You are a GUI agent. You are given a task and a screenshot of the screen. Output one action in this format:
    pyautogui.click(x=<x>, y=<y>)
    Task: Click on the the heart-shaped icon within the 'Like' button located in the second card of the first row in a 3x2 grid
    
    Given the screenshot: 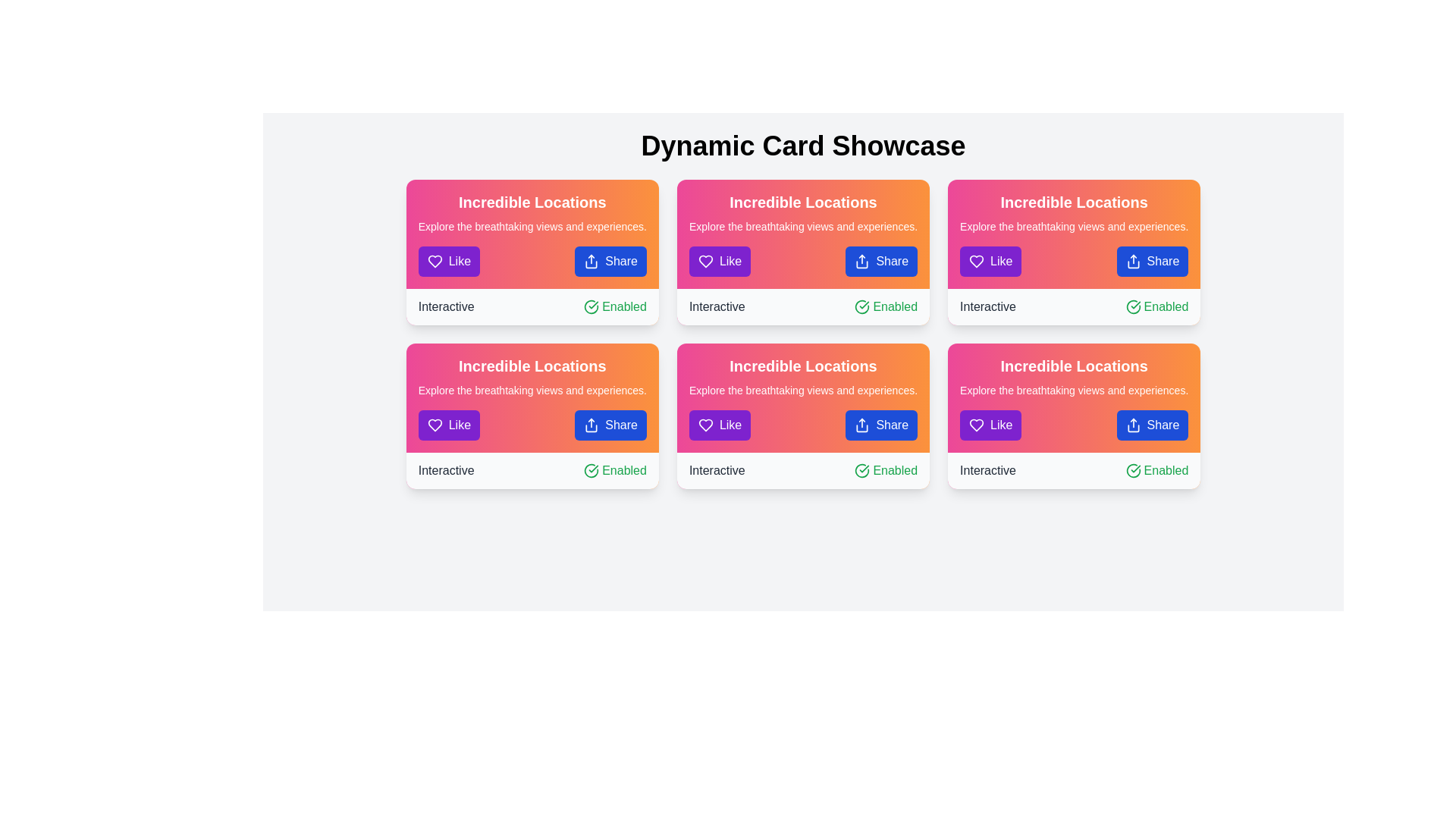 What is the action you would take?
    pyautogui.click(x=704, y=260)
    